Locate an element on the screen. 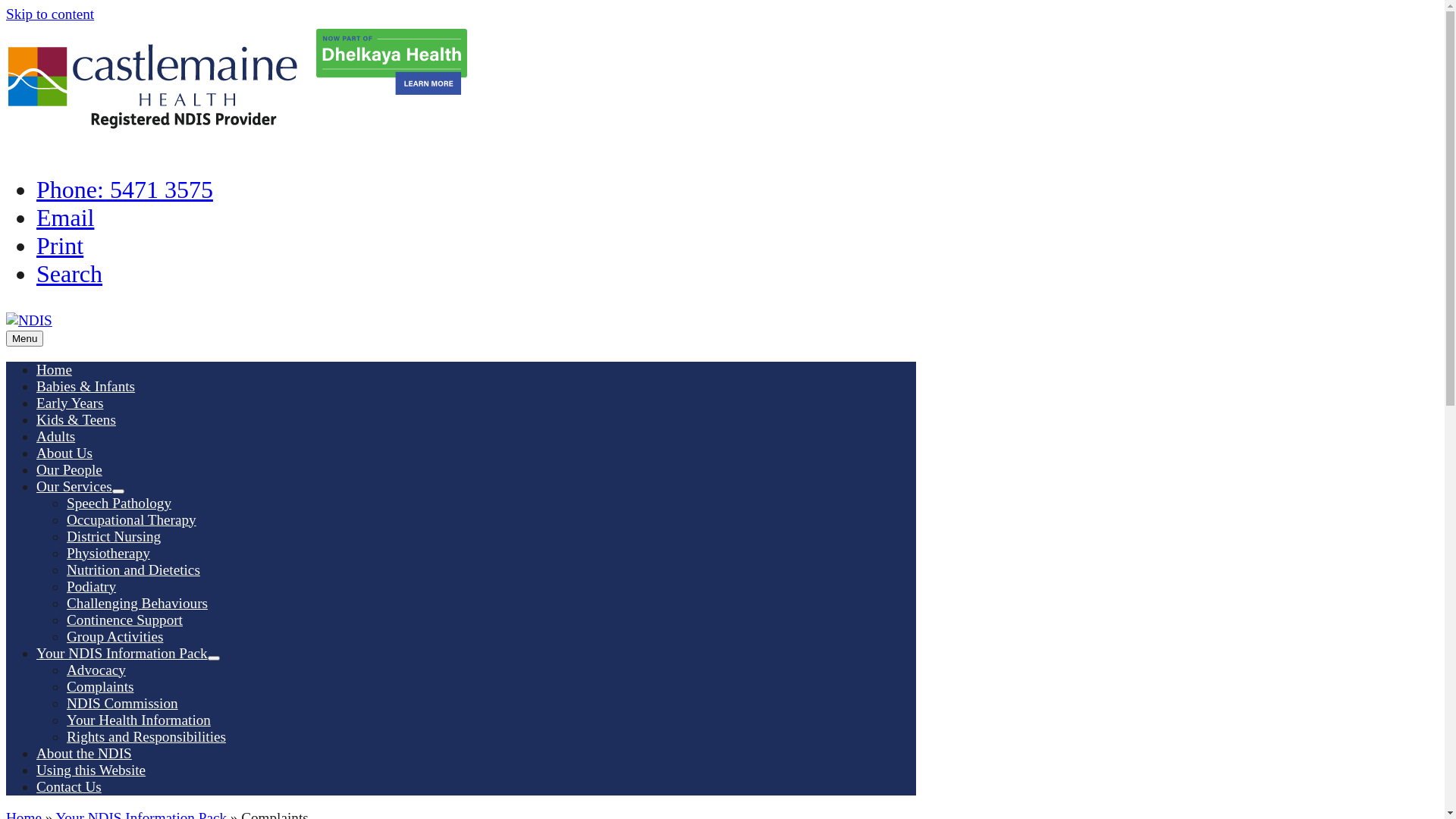 The height and width of the screenshot is (819, 1456). 'Challenging Behaviours' is located at coordinates (137, 602).